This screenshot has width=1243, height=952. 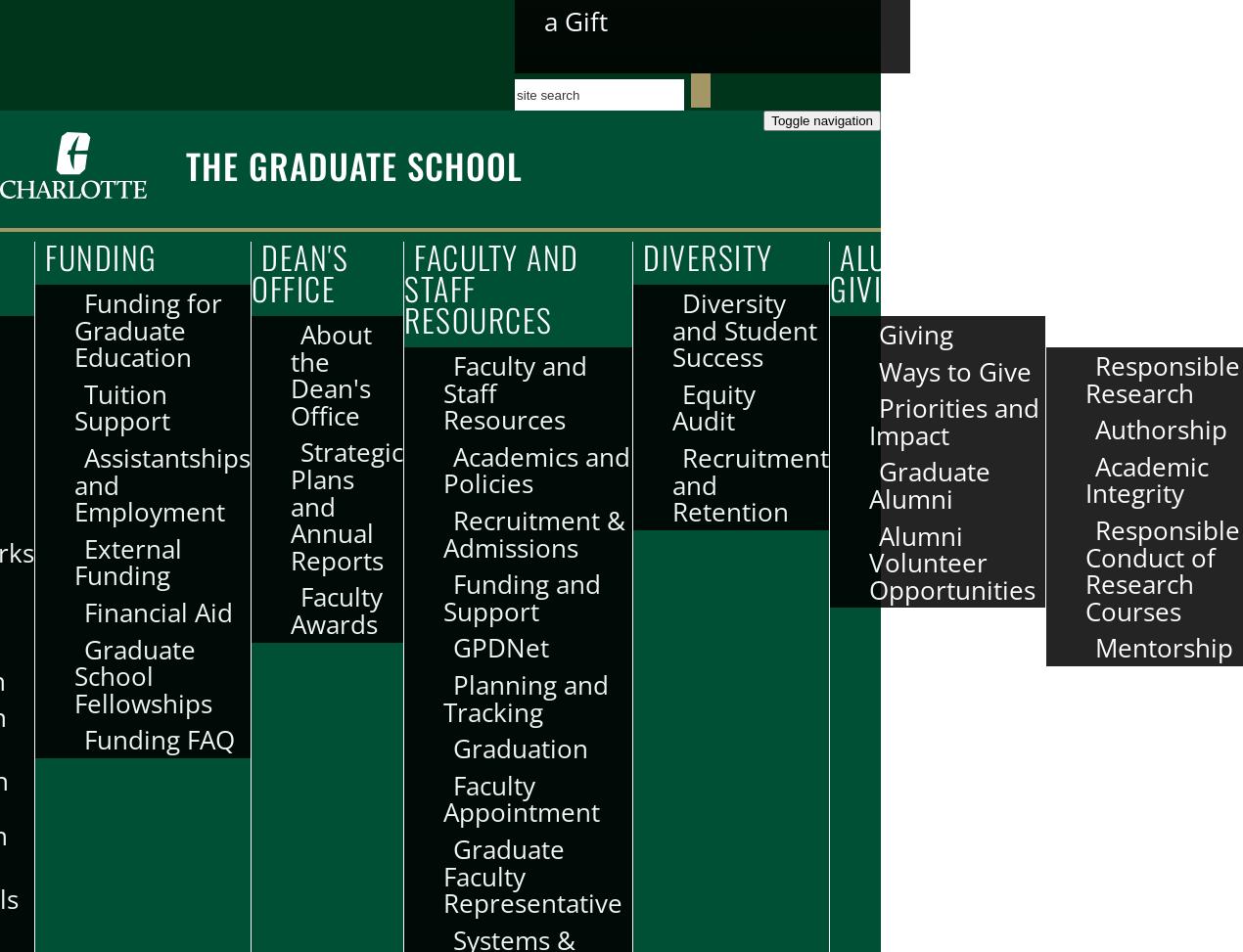 I want to click on 'Alumni and Giving', so click(x=829, y=272).